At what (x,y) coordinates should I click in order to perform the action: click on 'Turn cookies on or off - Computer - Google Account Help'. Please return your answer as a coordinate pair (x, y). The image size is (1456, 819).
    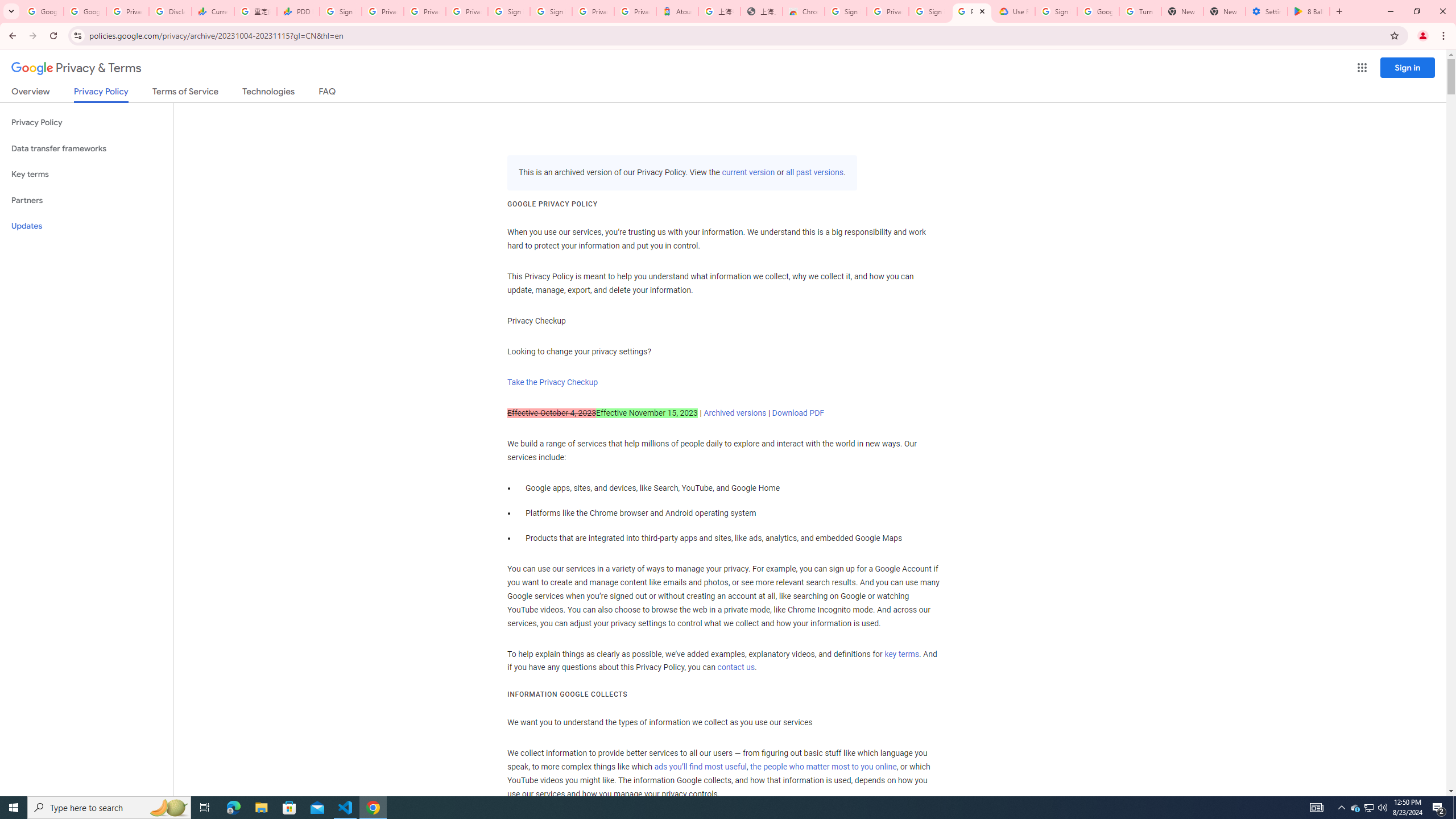
    Looking at the image, I should click on (1139, 11).